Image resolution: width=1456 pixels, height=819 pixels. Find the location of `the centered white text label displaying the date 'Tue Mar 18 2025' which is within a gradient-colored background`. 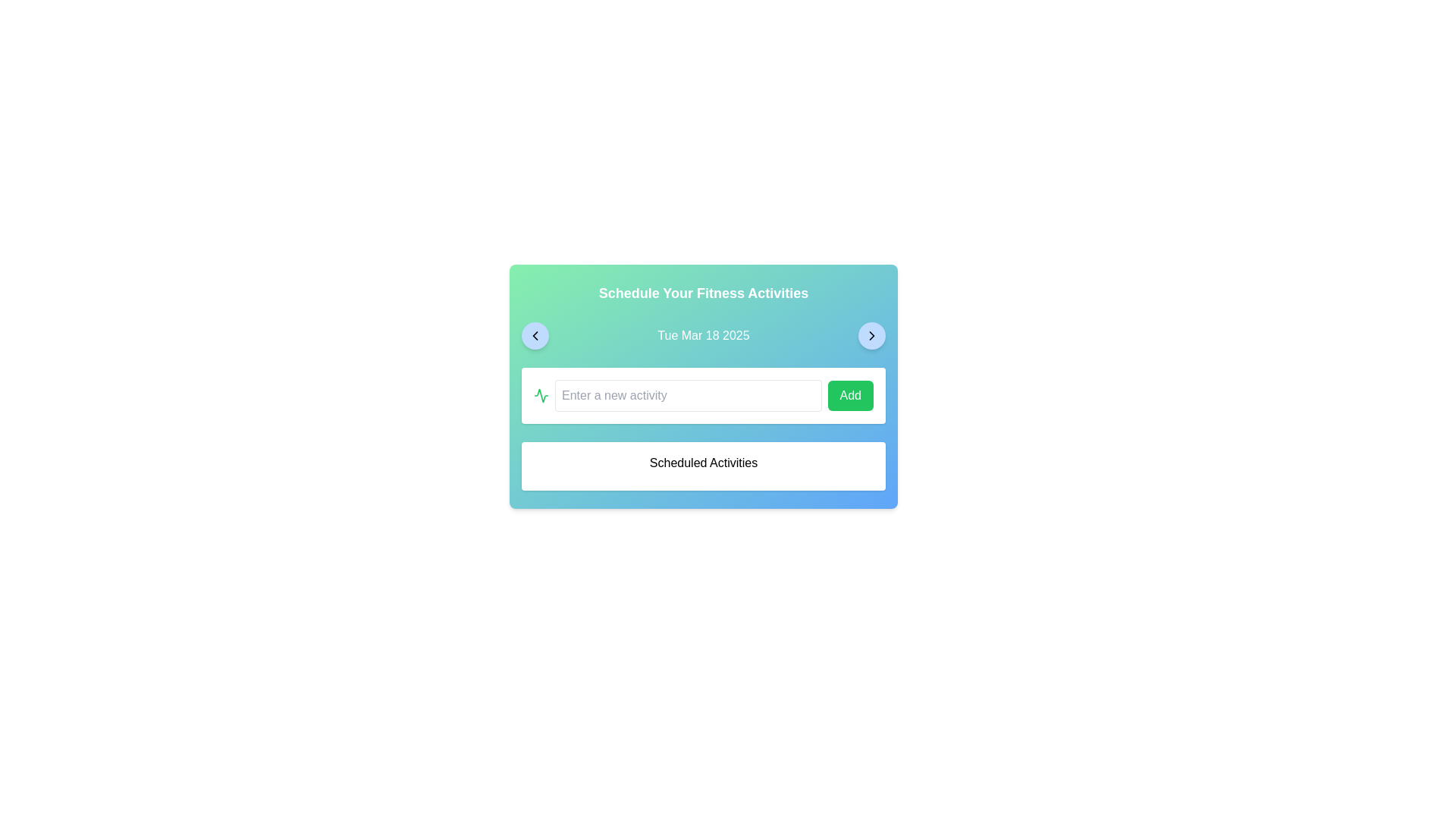

the centered white text label displaying the date 'Tue Mar 18 2025' which is within a gradient-colored background is located at coordinates (702, 335).